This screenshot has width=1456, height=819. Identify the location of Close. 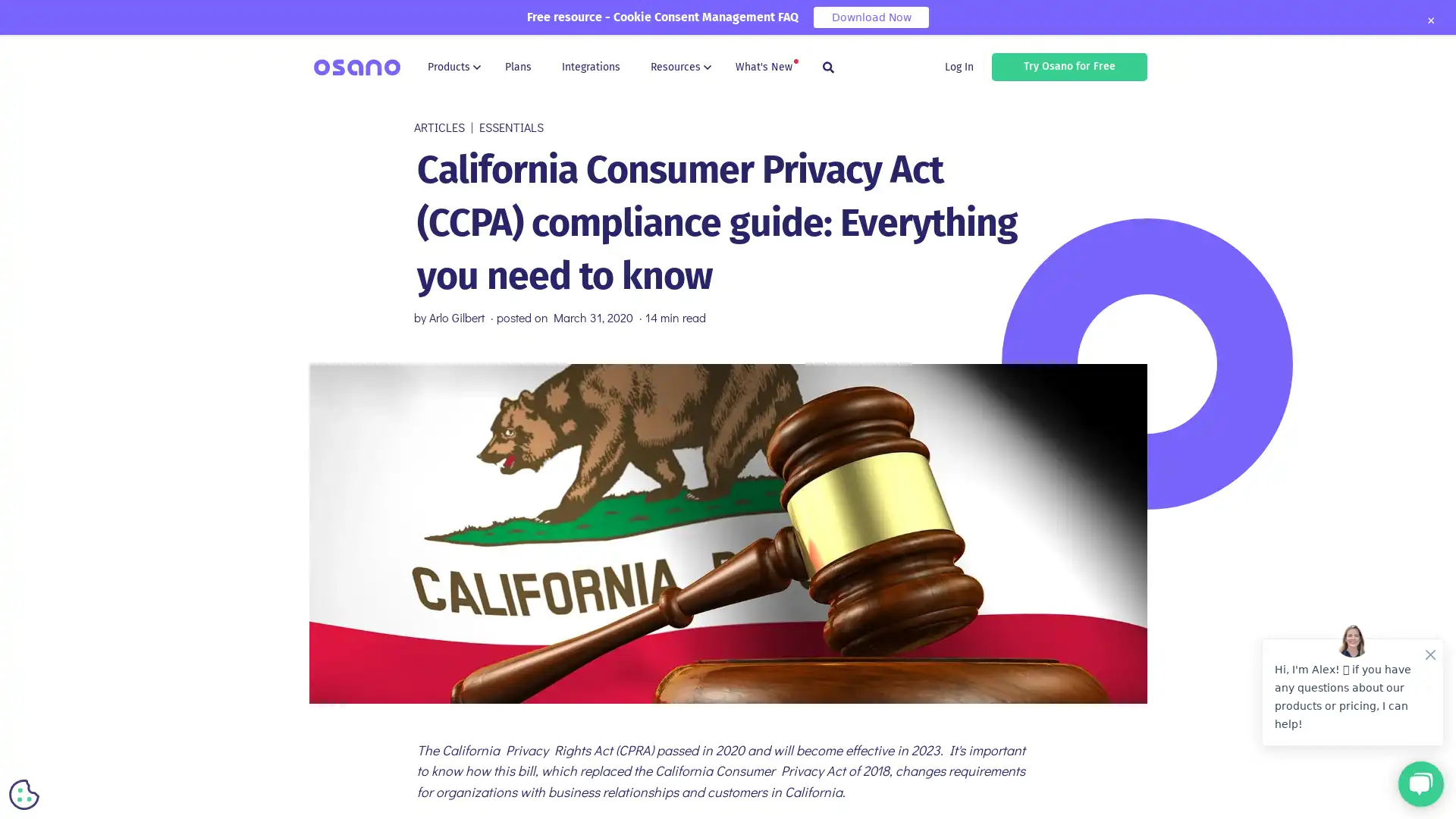
(1429, 20).